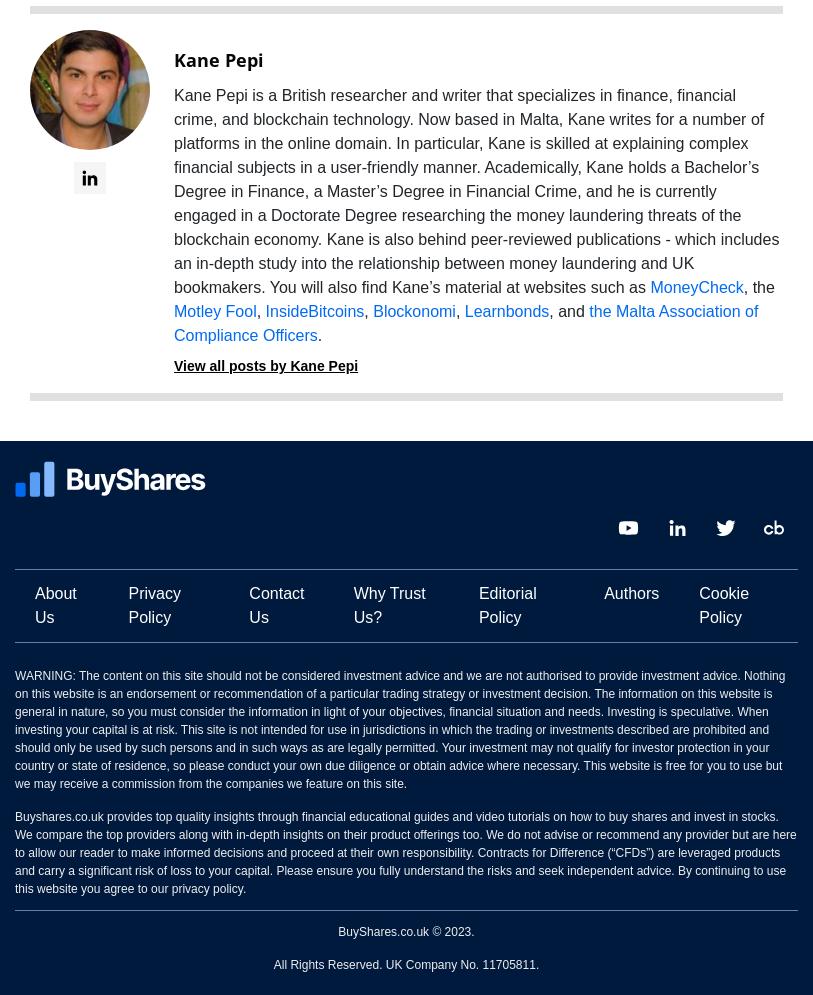  I want to click on 'BuyShares.co.uk © 2023.', so click(405, 932).